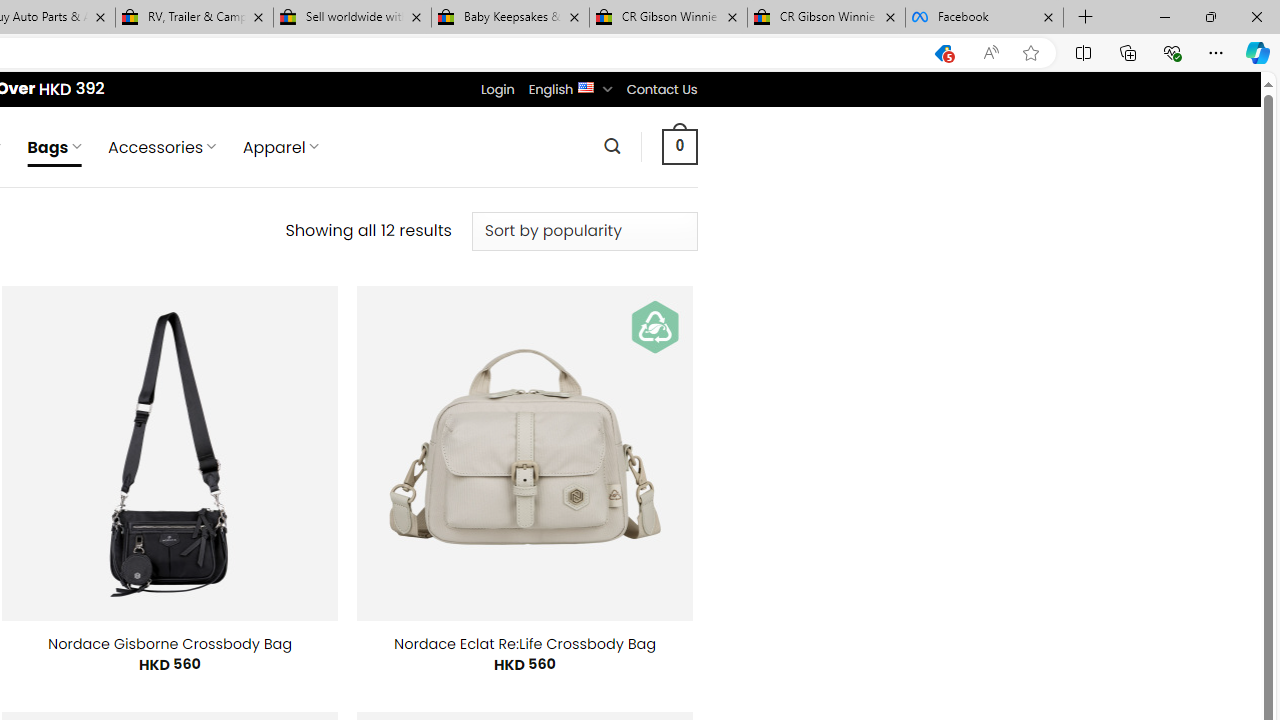 The image size is (1280, 720). I want to click on 'Search', so click(611, 145).